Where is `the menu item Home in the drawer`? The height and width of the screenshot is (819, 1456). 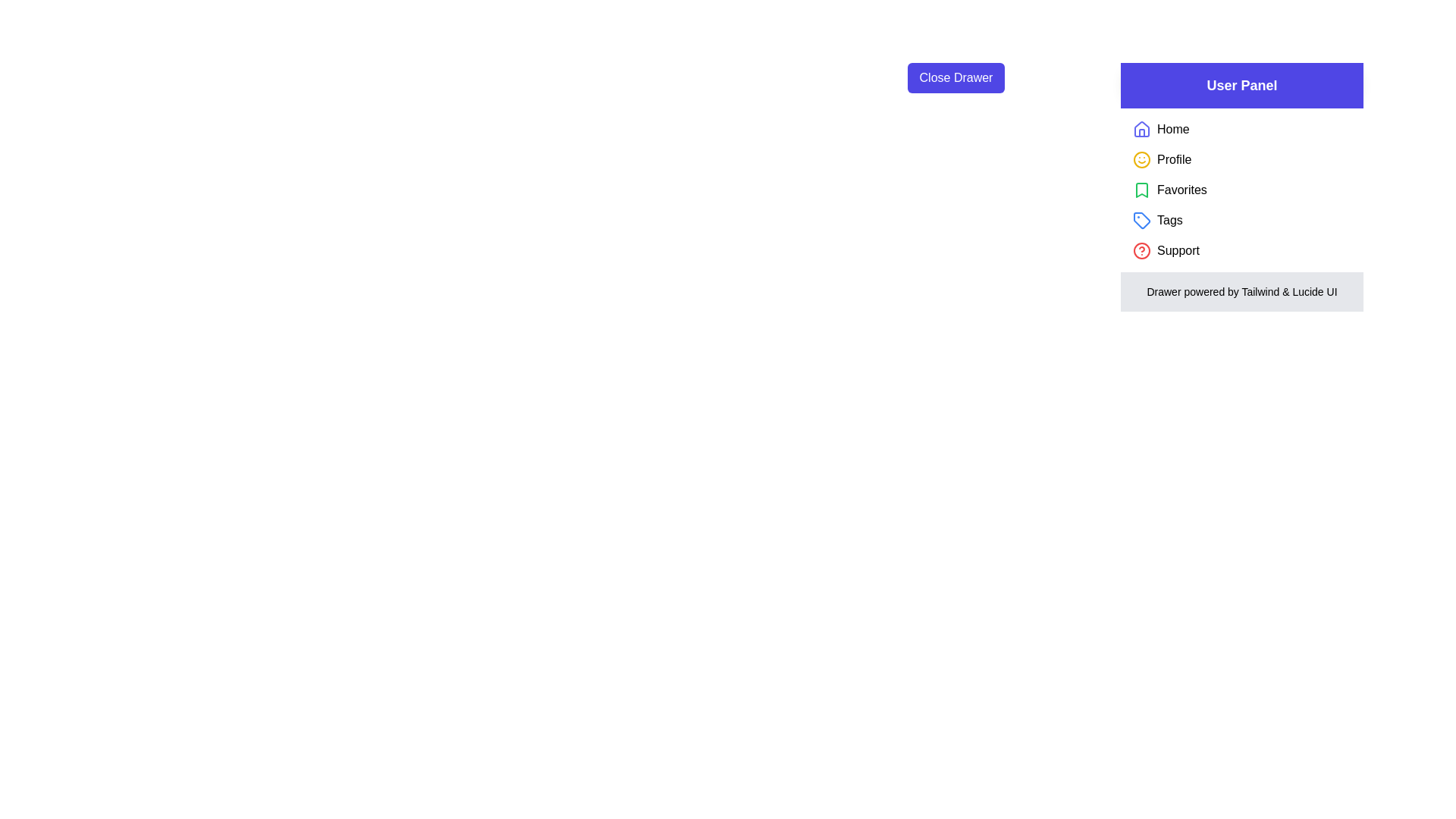 the menu item Home in the drawer is located at coordinates (1172, 128).